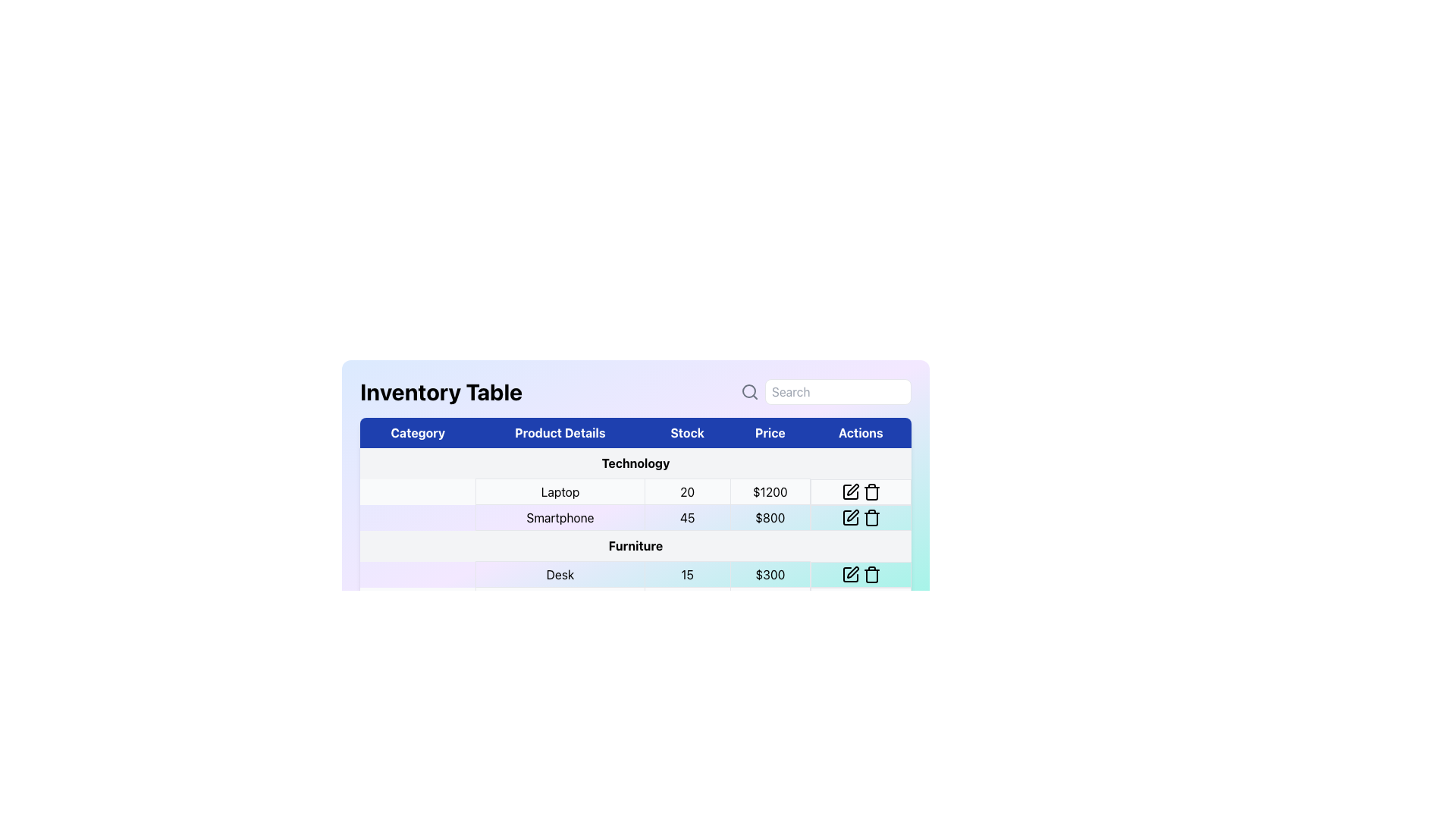  What do you see at coordinates (635, 546) in the screenshot?
I see `the static text label representing the third product category in the table, located under the 'Category' column, which follows 'Technology' and 'Smartphone'` at bounding box center [635, 546].